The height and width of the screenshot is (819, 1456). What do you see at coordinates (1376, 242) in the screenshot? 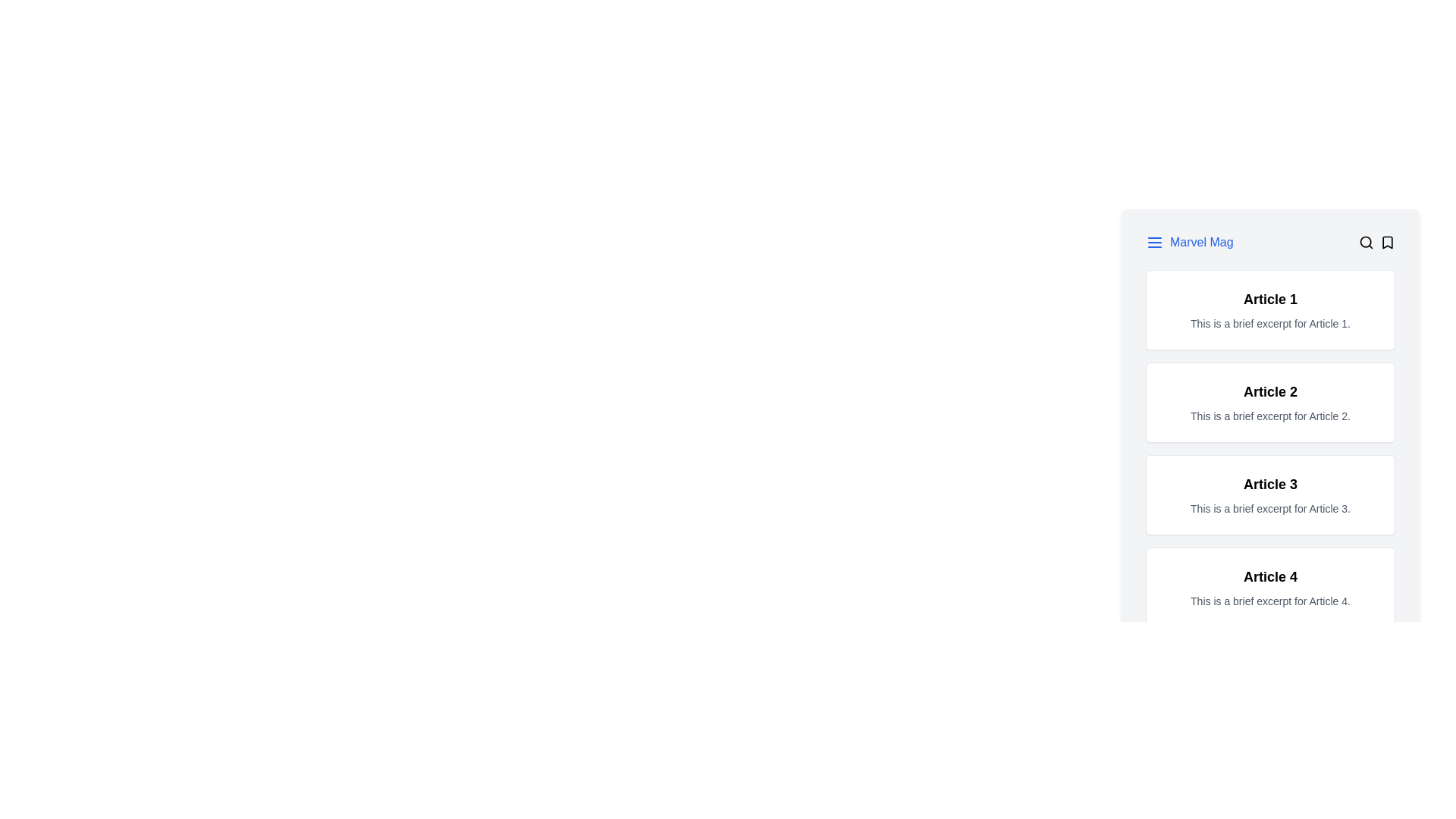
I see `the search or bookmark icon in the icon group located on the far-right side of the top horizontal bar, positioned after the title 'Marvel Mag' and the initial menu icon` at bounding box center [1376, 242].